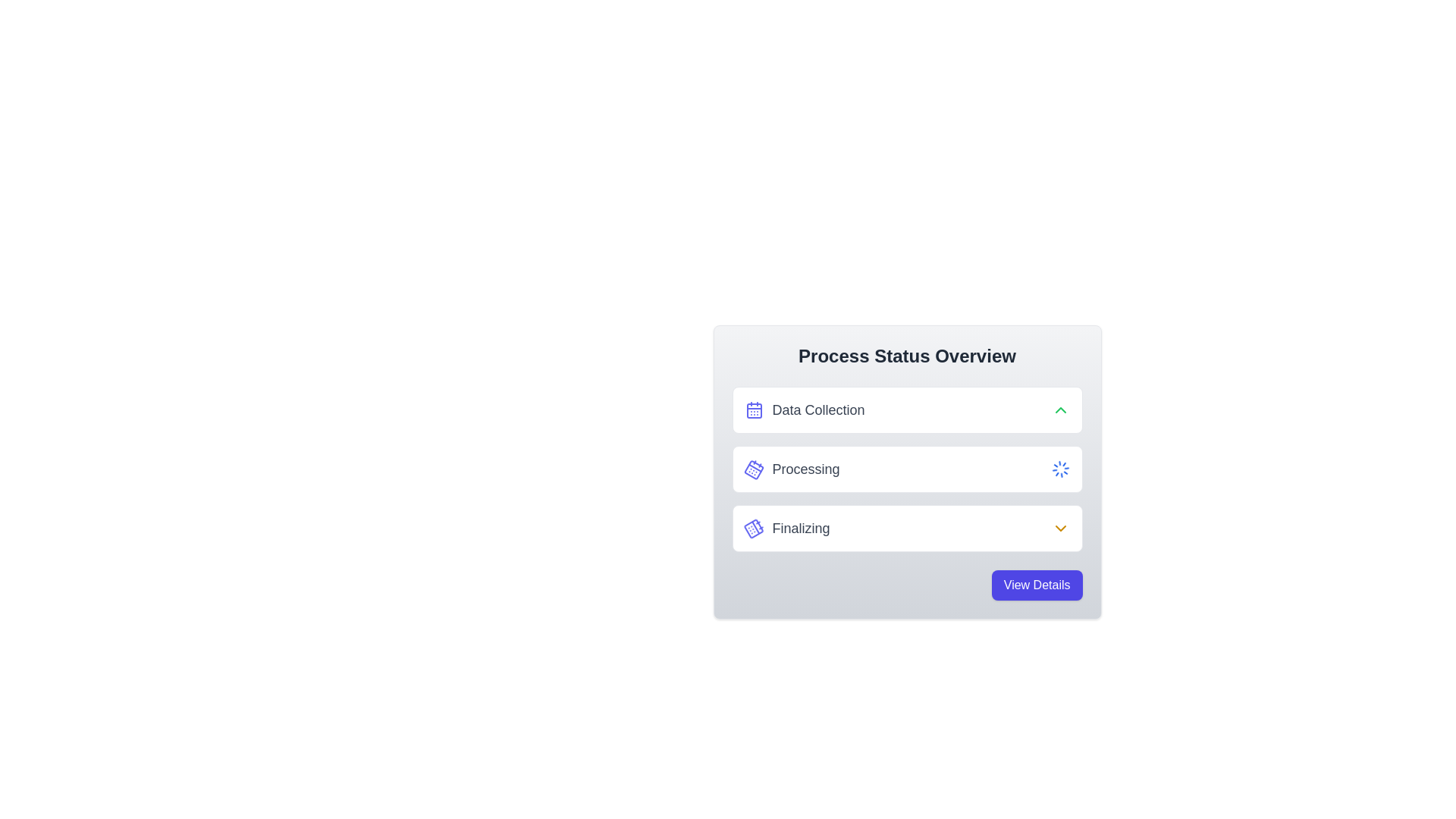 This screenshot has width=1456, height=819. What do you see at coordinates (907, 356) in the screenshot?
I see `the header Text Label located at the top of the card-like layout` at bounding box center [907, 356].